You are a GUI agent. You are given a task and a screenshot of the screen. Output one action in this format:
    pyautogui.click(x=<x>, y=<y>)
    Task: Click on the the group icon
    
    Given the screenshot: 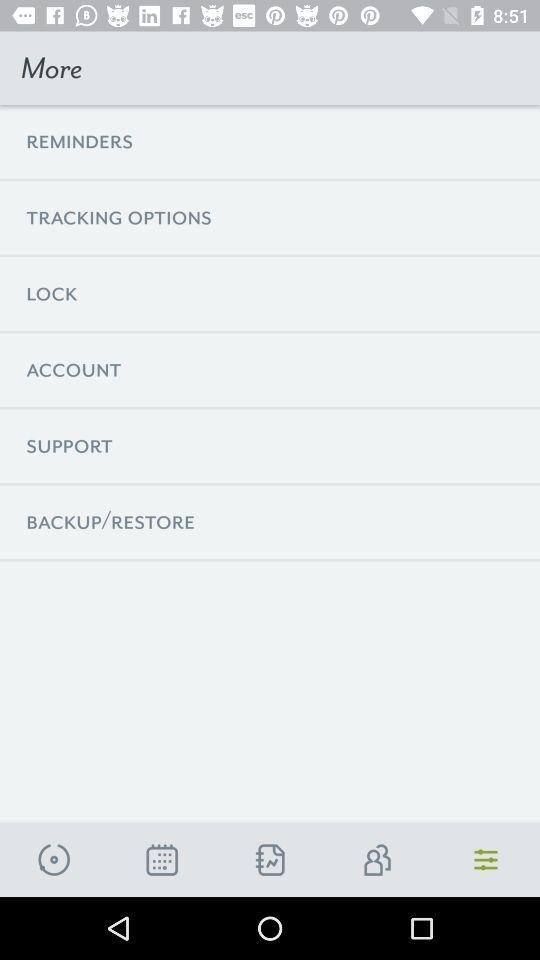 What is the action you would take?
    pyautogui.click(x=378, y=859)
    